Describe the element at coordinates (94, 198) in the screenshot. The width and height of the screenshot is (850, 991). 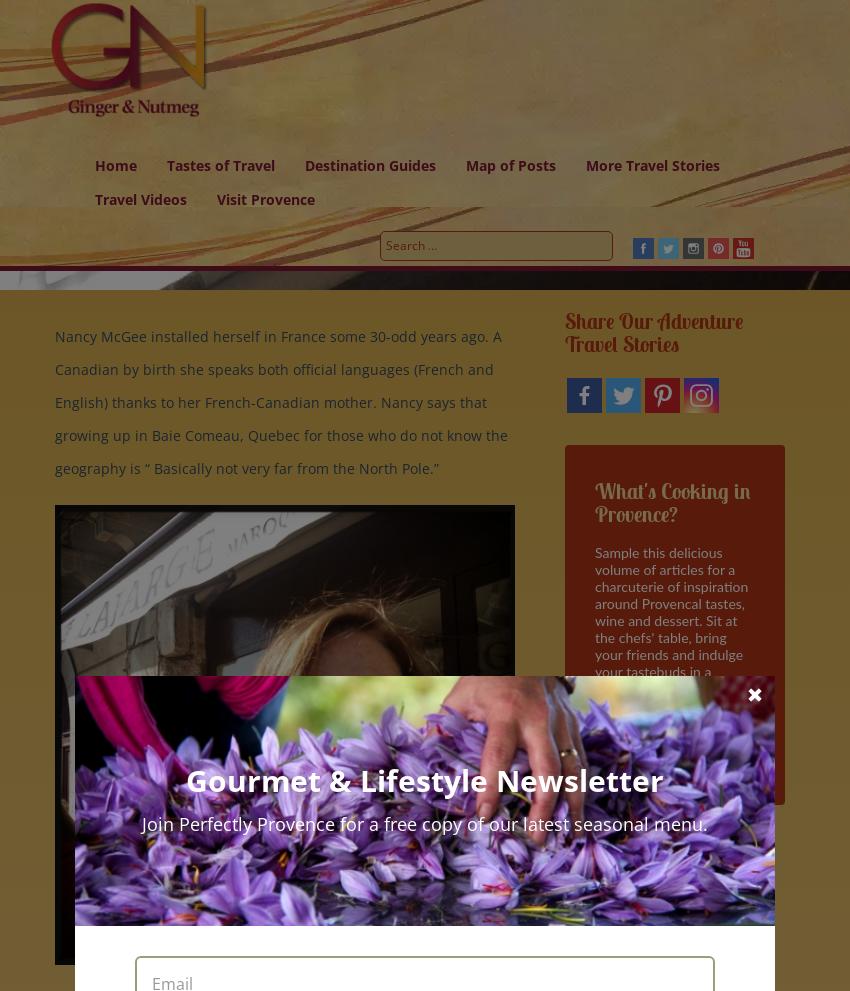
I see `'Travel Videos'` at that location.